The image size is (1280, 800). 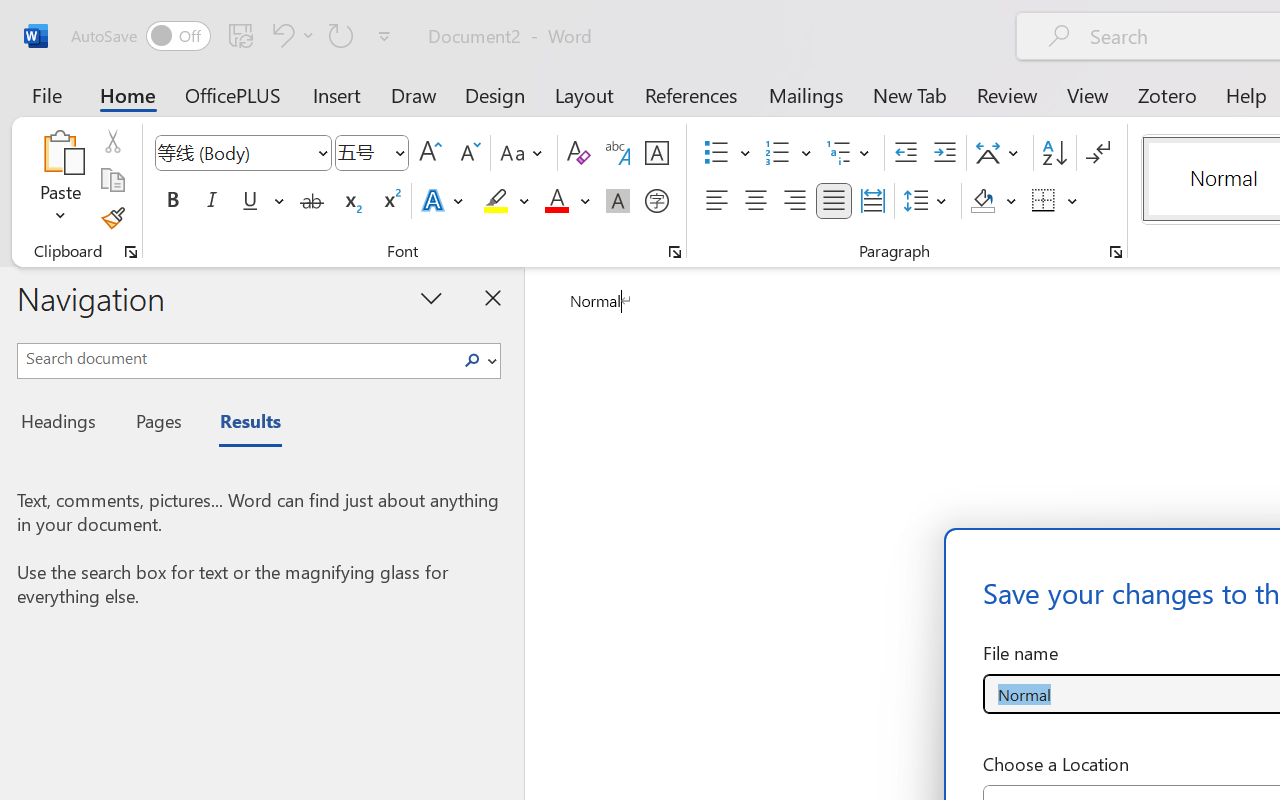 What do you see at coordinates (806, 94) in the screenshot?
I see `'Mailings'` at bounding box center [806, 94].